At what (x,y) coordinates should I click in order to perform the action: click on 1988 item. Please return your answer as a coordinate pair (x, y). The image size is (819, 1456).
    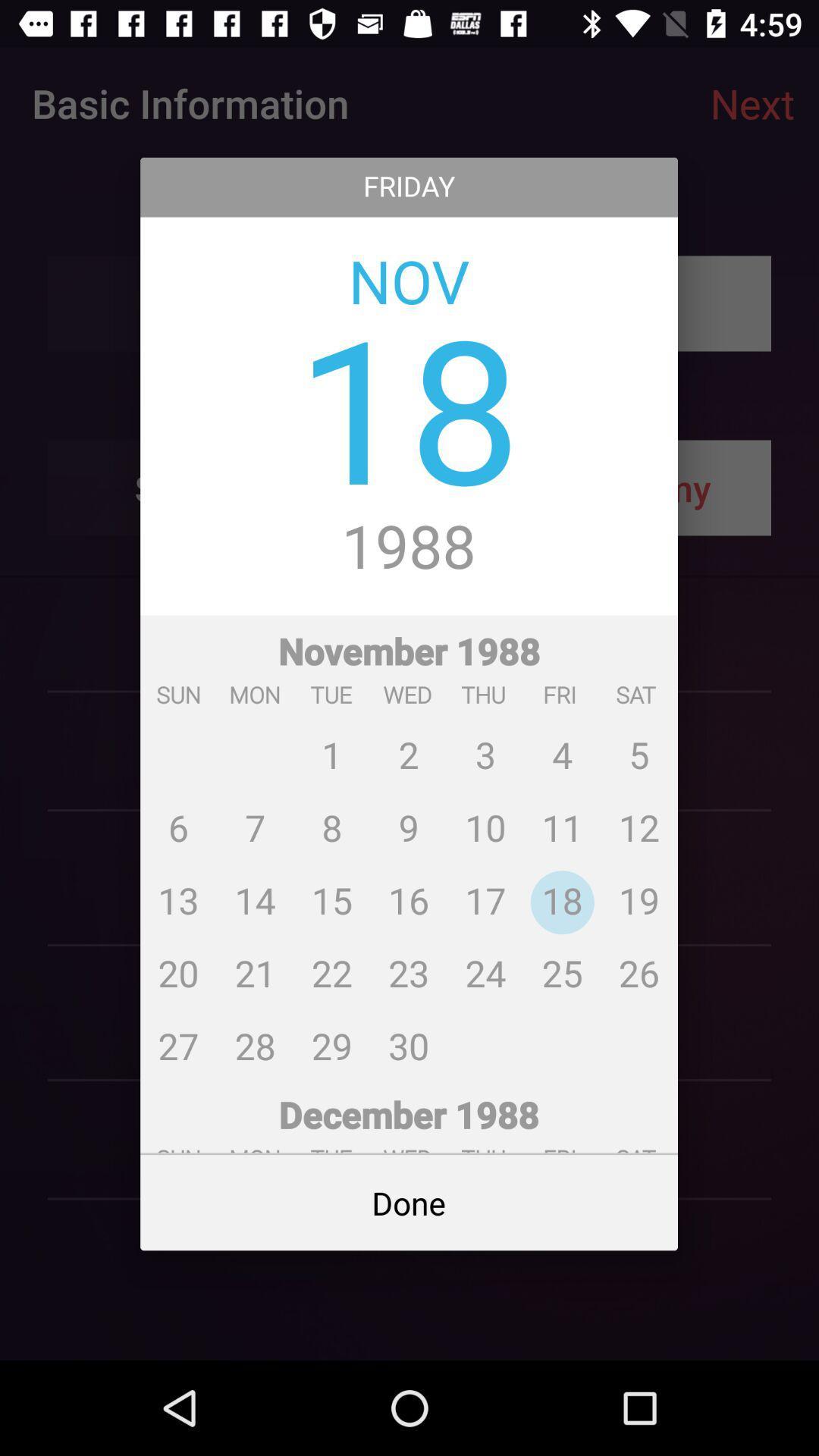
    Looking at the image, I should click on (408, 548).